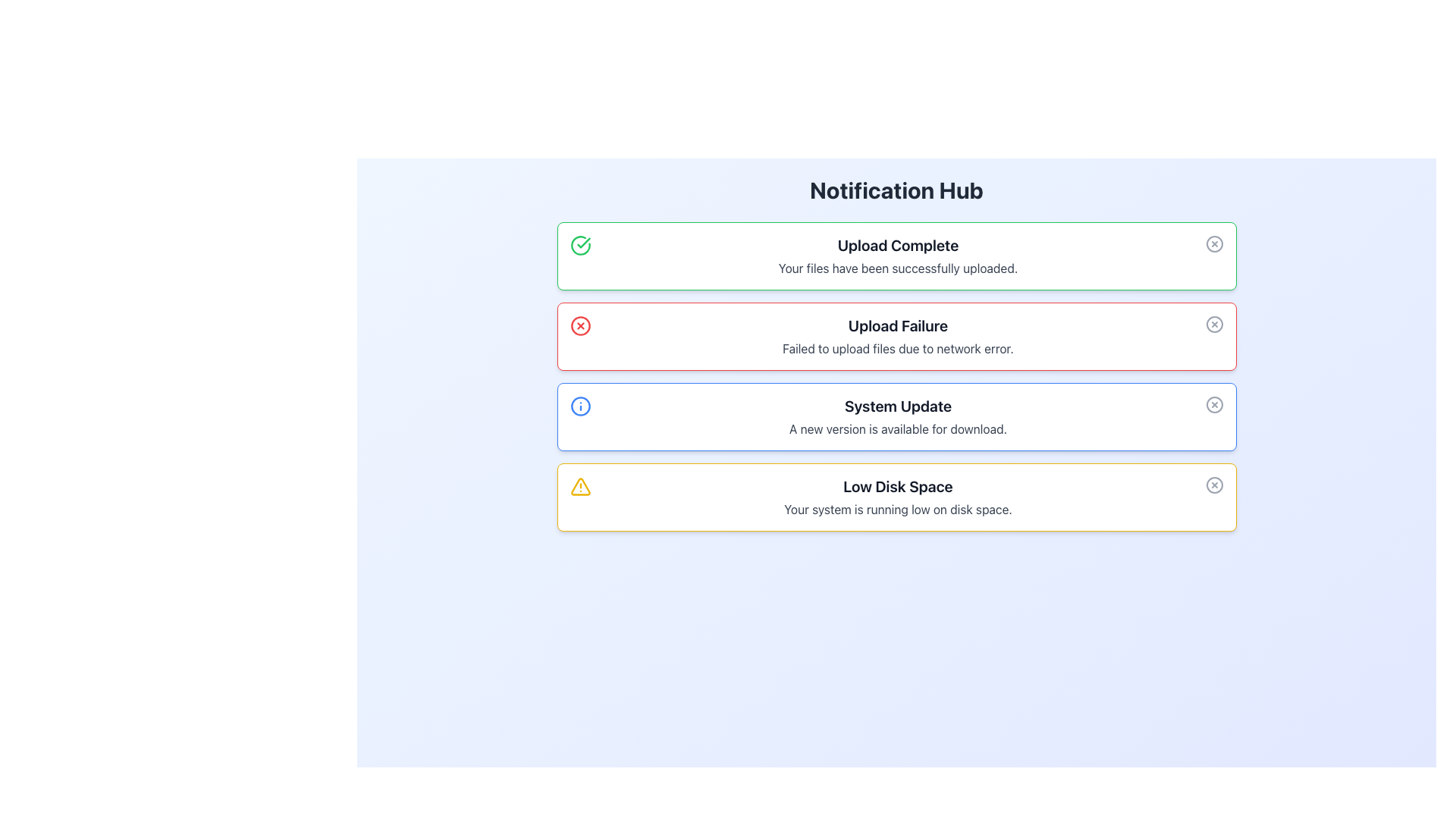 The image size is (1456, 819). I want to click on the error icon in the 'Upload Failure' notification card, which is the second card from the top and has a red border, so click(579, 325).